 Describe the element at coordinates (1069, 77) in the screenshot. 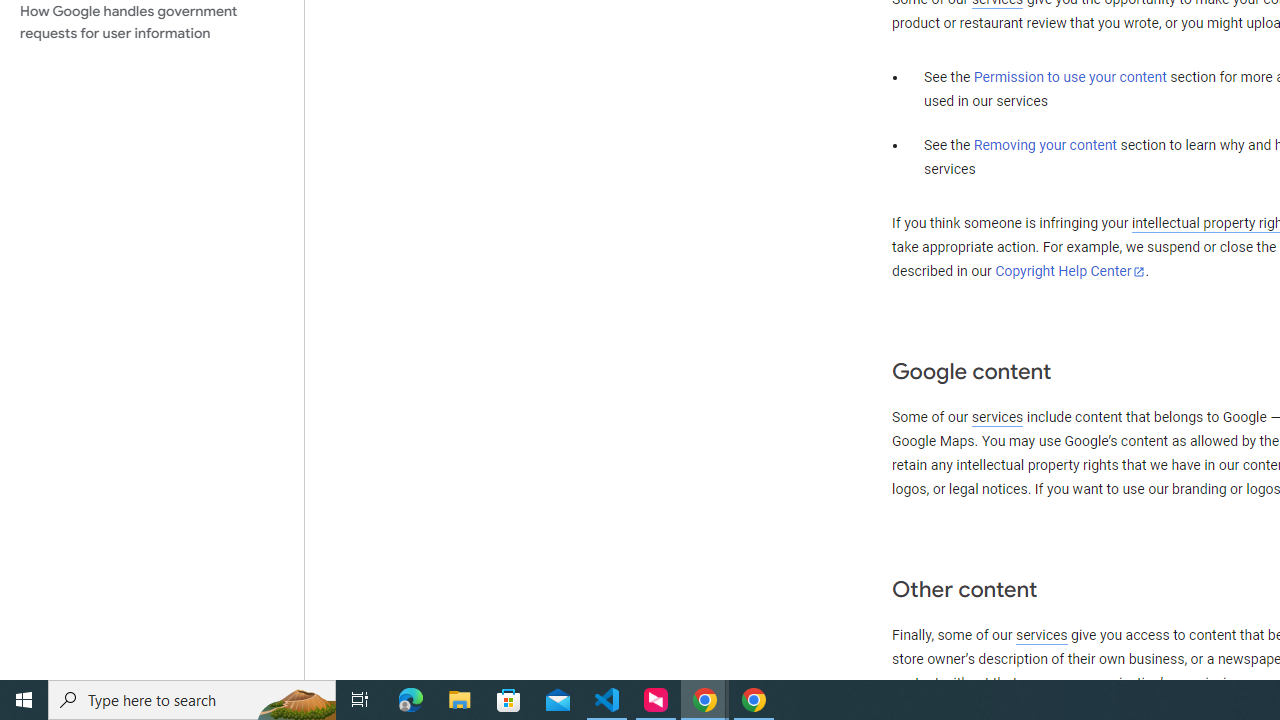

I see `'Permission to use your content'` at that location.